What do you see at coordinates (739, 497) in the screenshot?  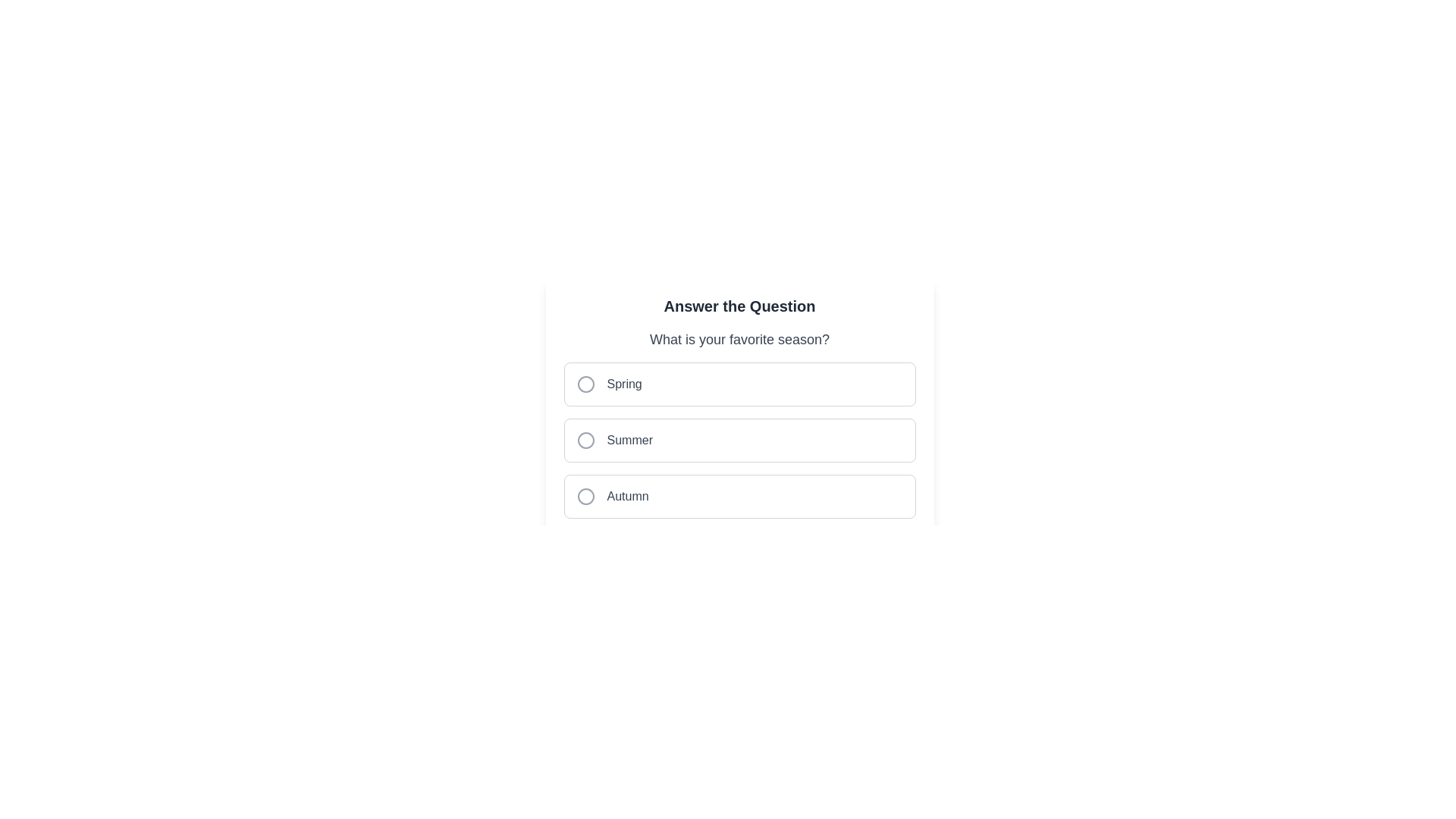 I see `the radio button labeled 'Autumn'` at bounding box center [739, 497].